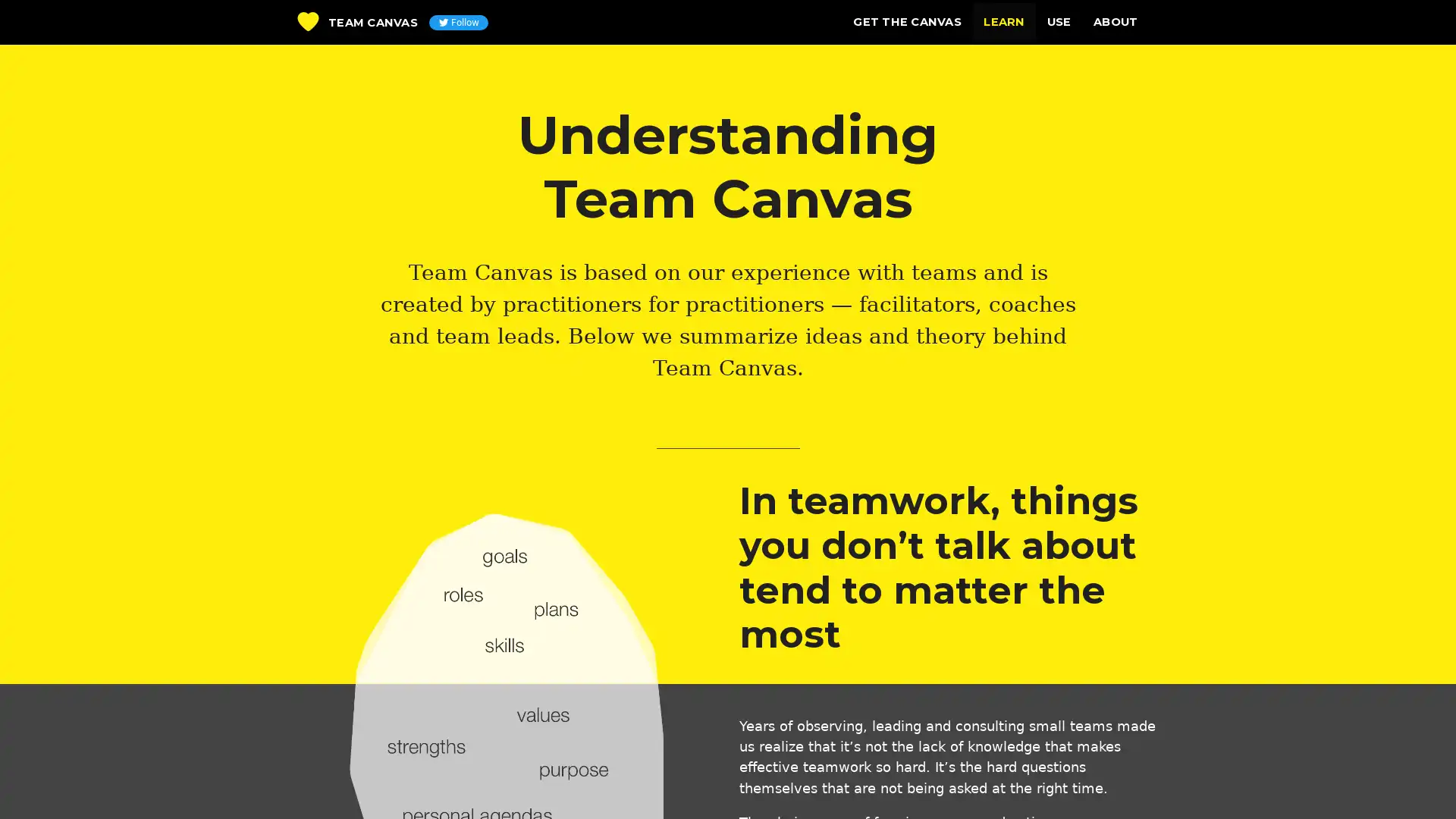 The image size is (1456, 819). Describe the element at coordinates (1414, 780) in the screenshot. I see `Questions? Chat with us! Support is online. Chat with The Team Canvas Team` at that location.